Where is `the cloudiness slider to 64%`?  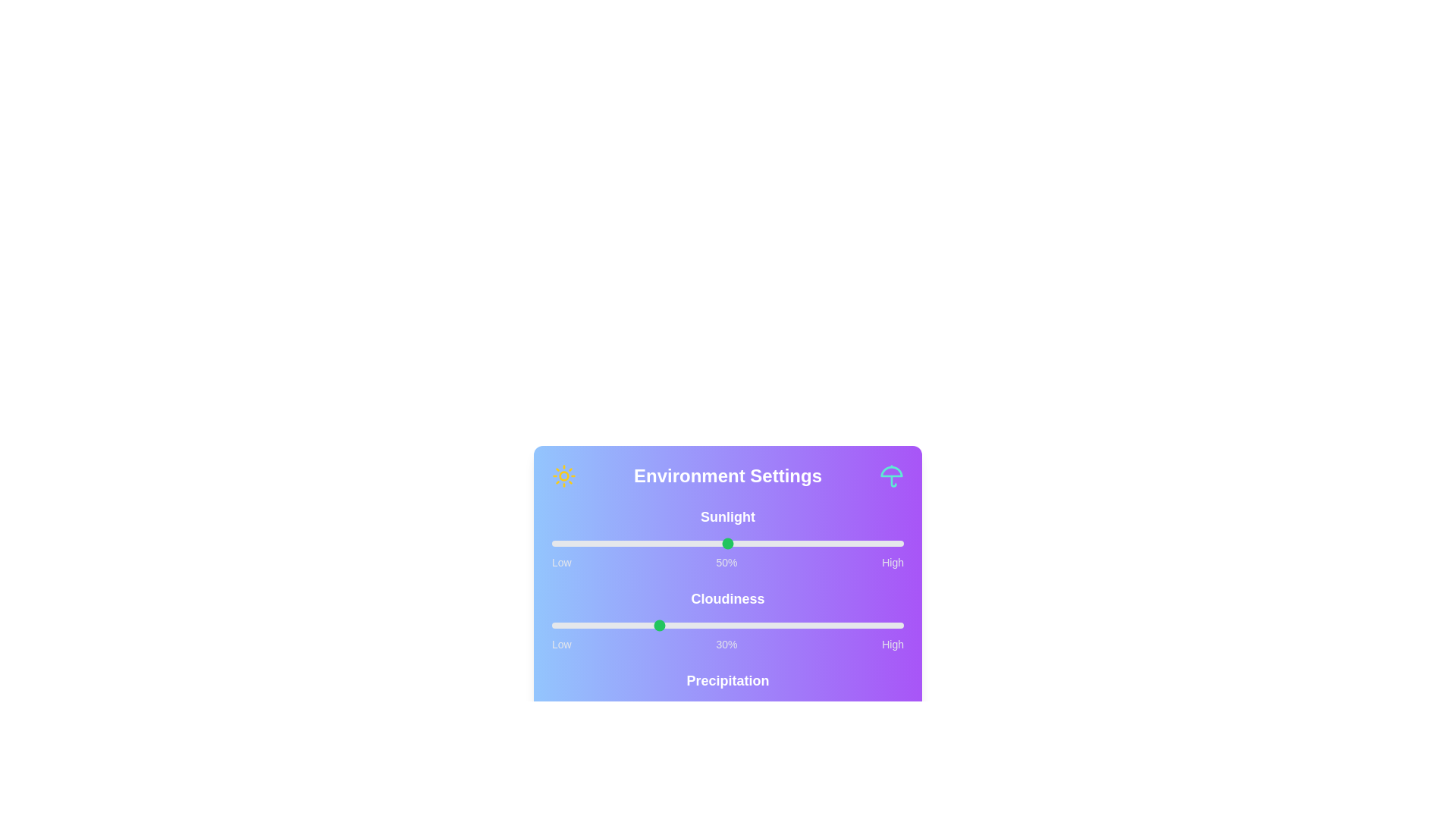 the cloudiness slider to 64% is located at coordinates (777, 626).